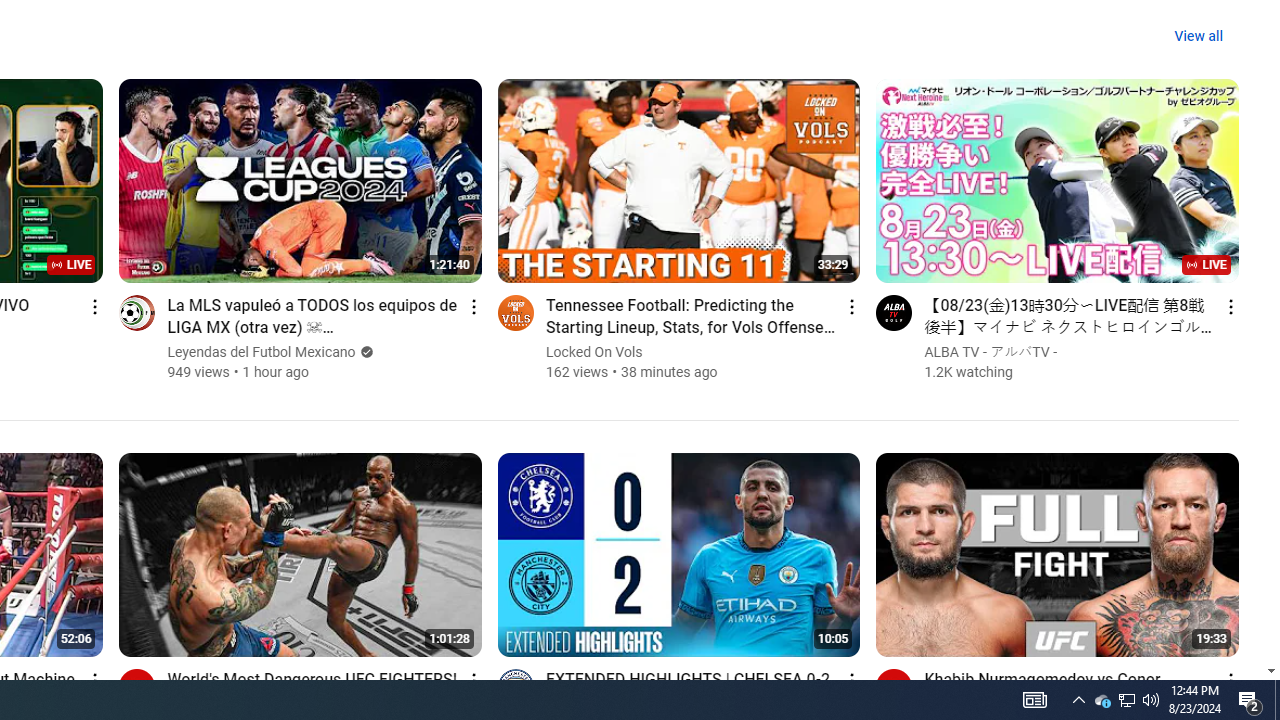 The height and width of the screenshot is (720, 1280). What do you see at coordinates (593, 351) in the screenshot?
I see `'Locked On Vols'` at bounding box center [593, 351].